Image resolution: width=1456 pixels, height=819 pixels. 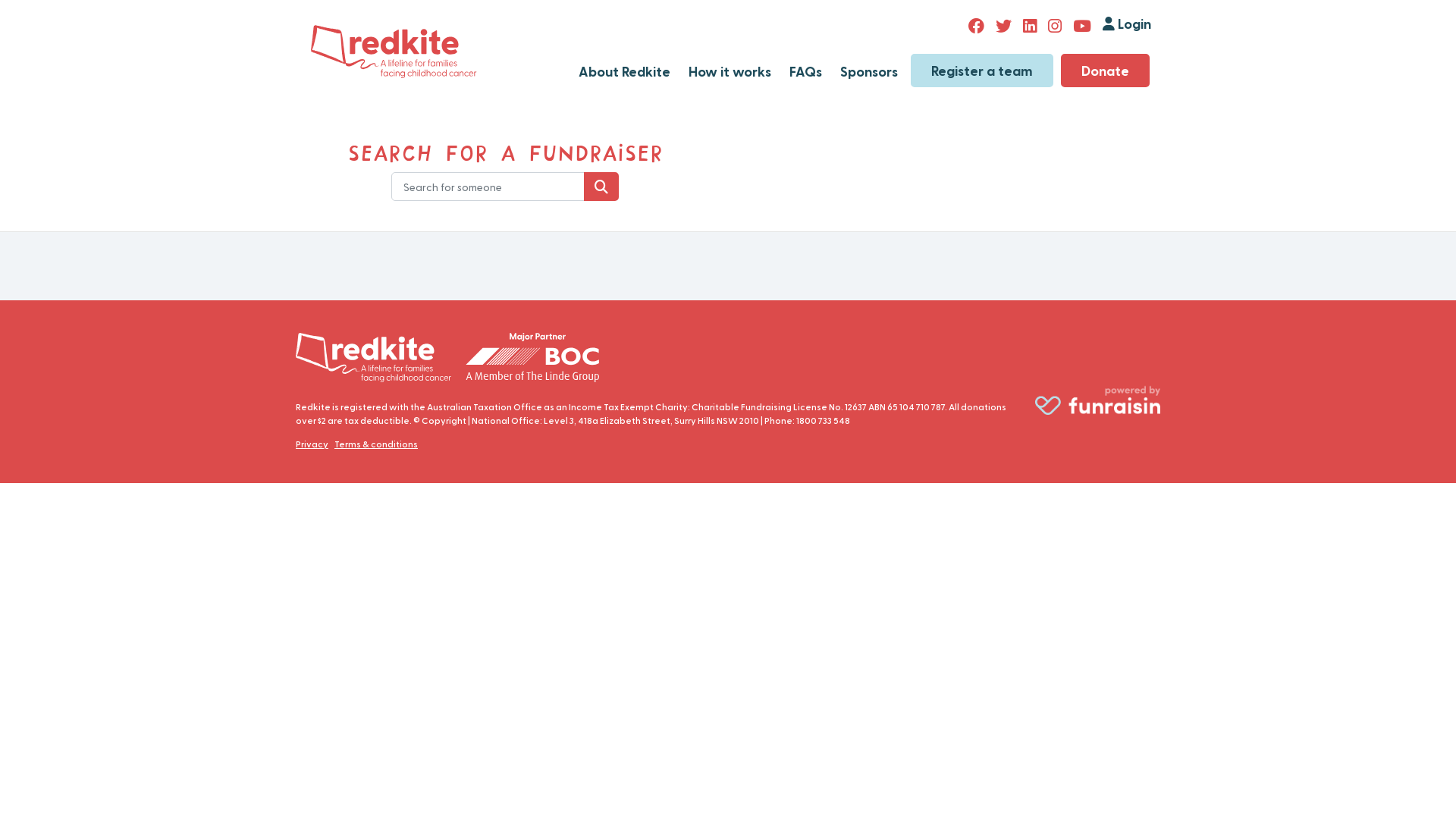 I want to click on 'conditions', so click(x=393, y=444).